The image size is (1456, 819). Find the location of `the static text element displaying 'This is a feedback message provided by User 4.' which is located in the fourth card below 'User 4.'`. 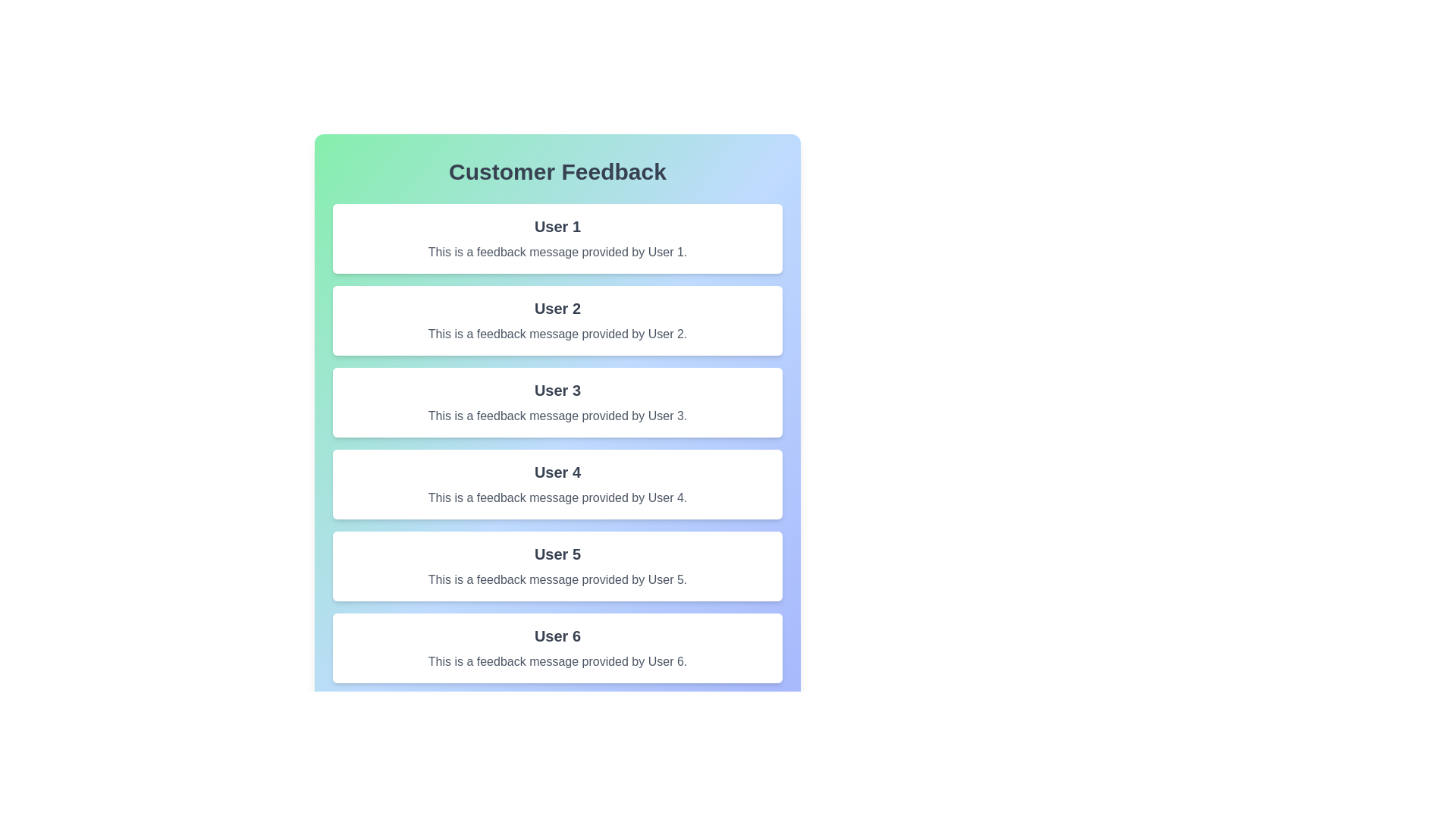

the static text element displaying 'This is a feedback message provided by User 4.' which is located in the fourth card below 'User 4.' is located at coordinates (557, 497).